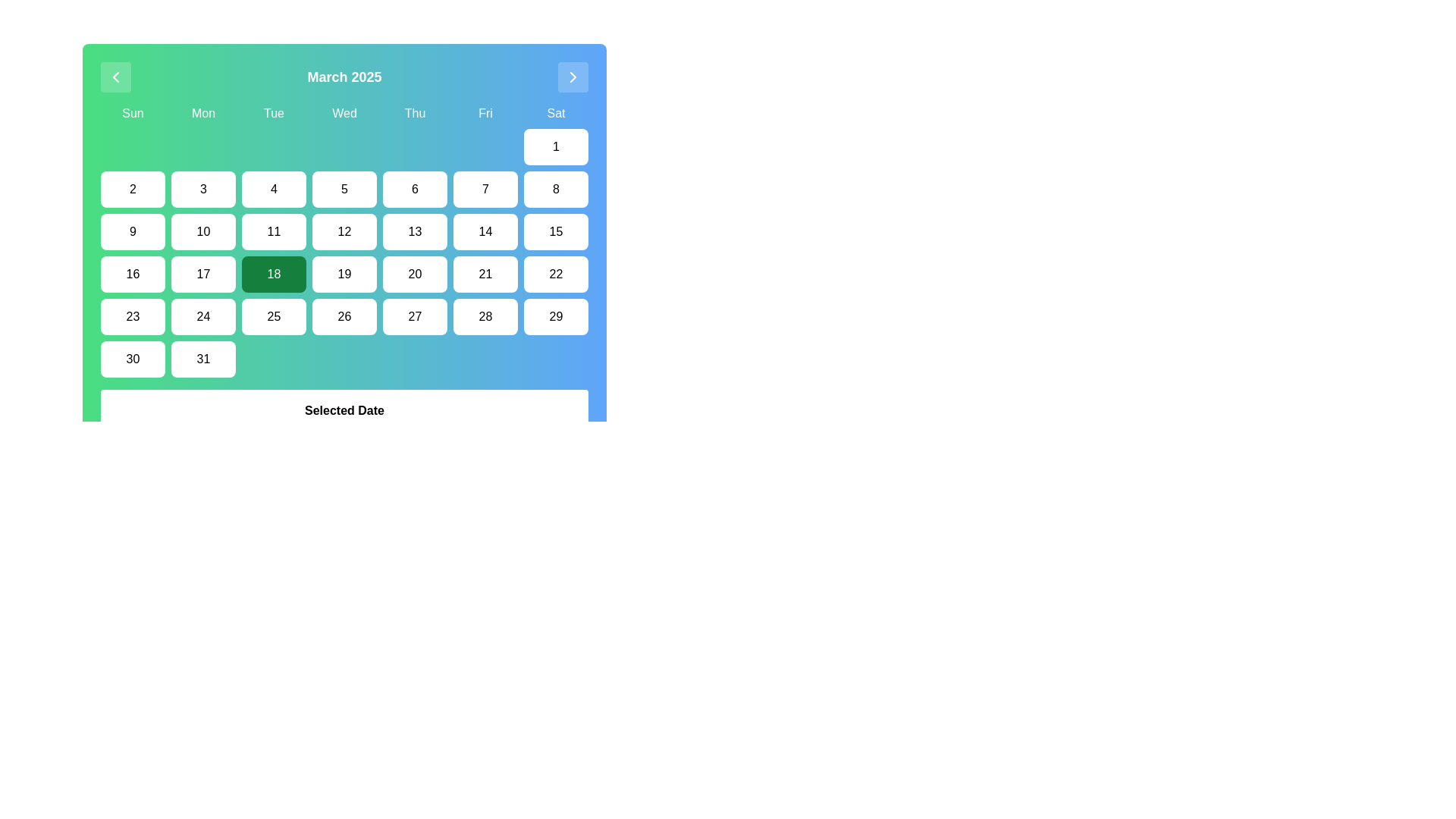 The image size is (1456, 819). What do you see at coordinates (133, 315) in the screenshot?
I see `the rectangular button displaying the text '23' in the sixth row and first column of the calendar grid` at bounding box center [133, 315].